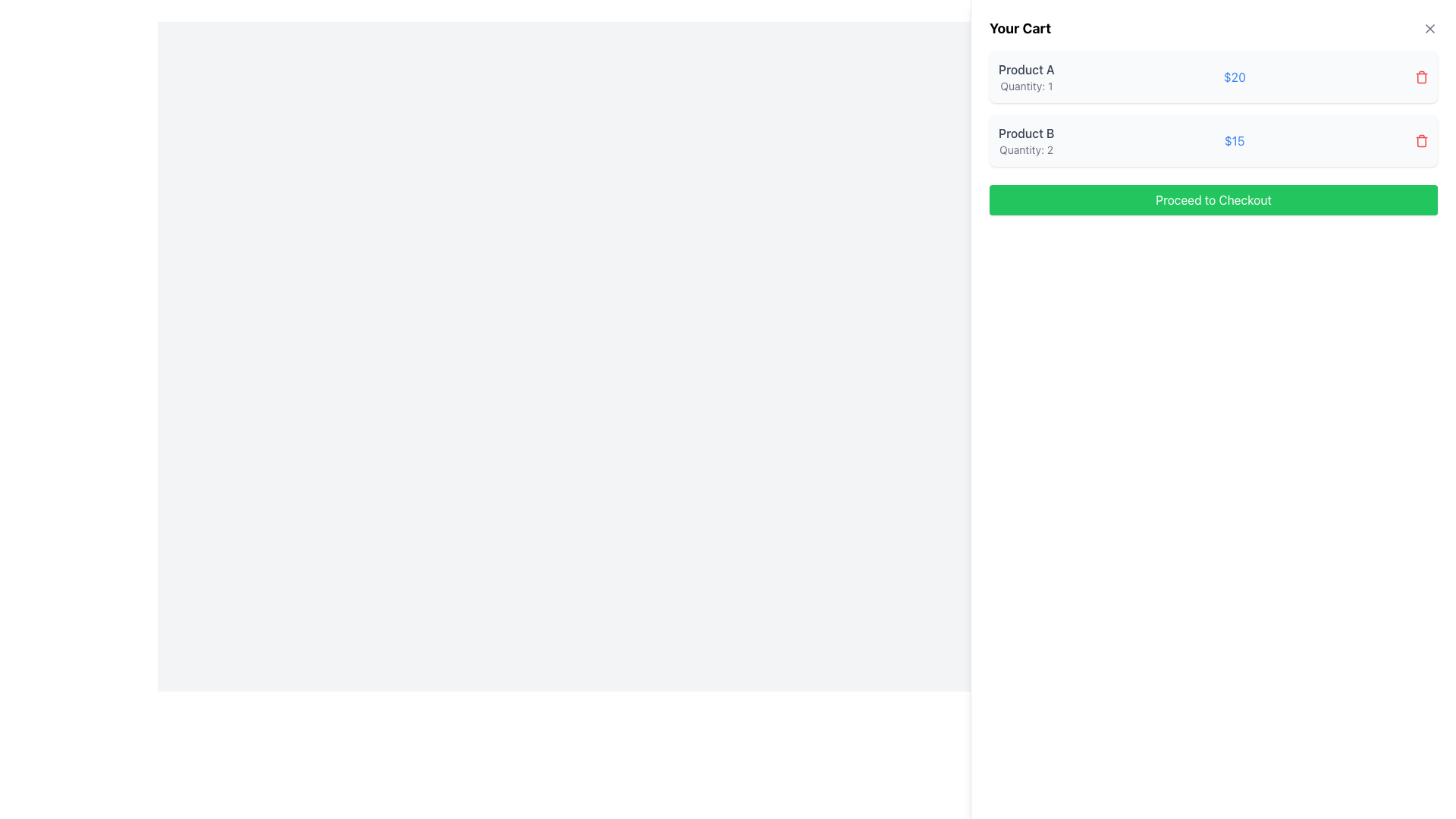 This screenshot has height=819, width=1456. Describe the element at coordinates (1421, 77) in the screenshot. I see `the red trash can icon button located at the far right of the product entry bar for 'Product A'` at that location.